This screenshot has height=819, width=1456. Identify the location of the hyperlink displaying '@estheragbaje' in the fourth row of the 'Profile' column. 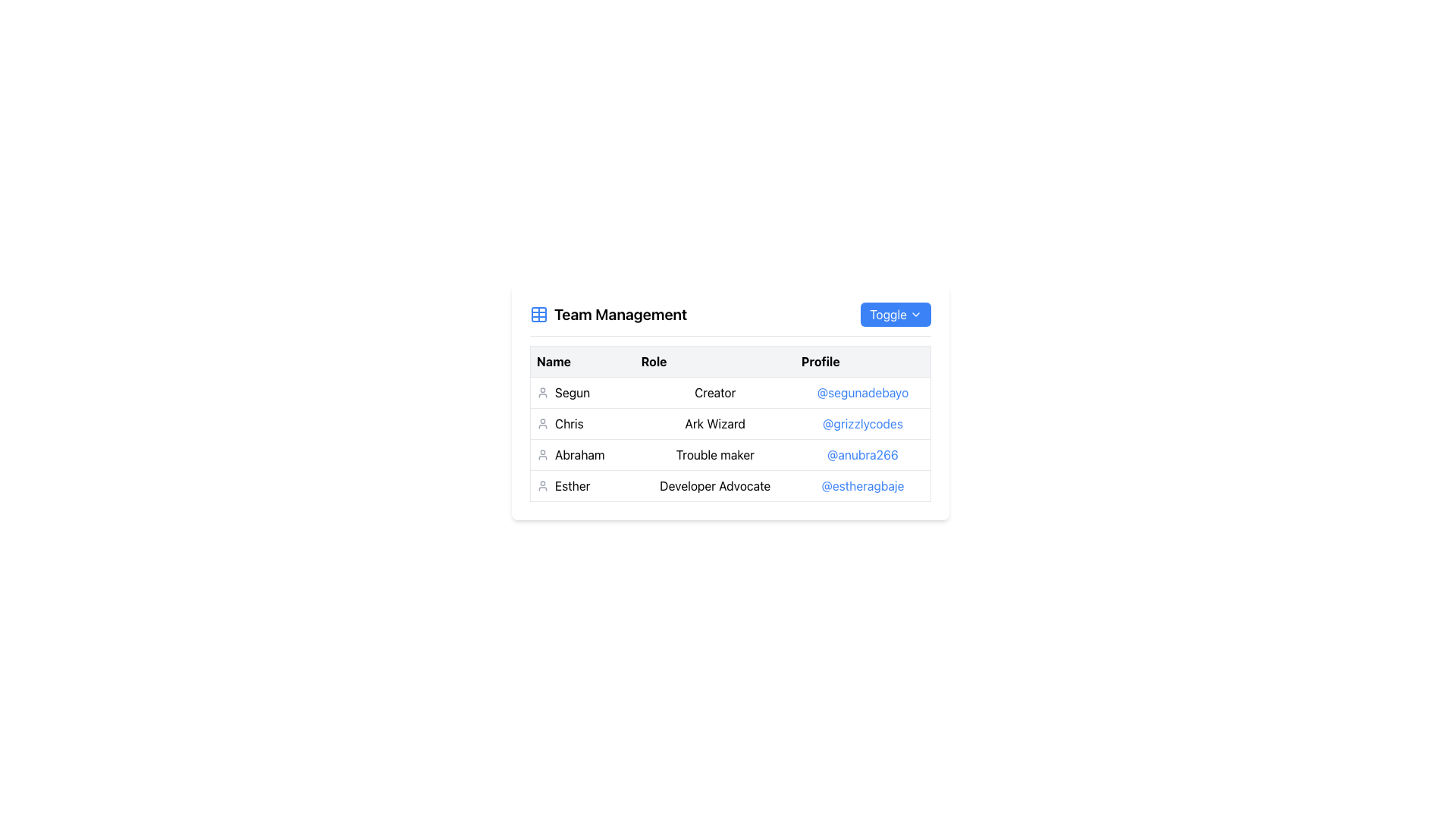
(863, 485).